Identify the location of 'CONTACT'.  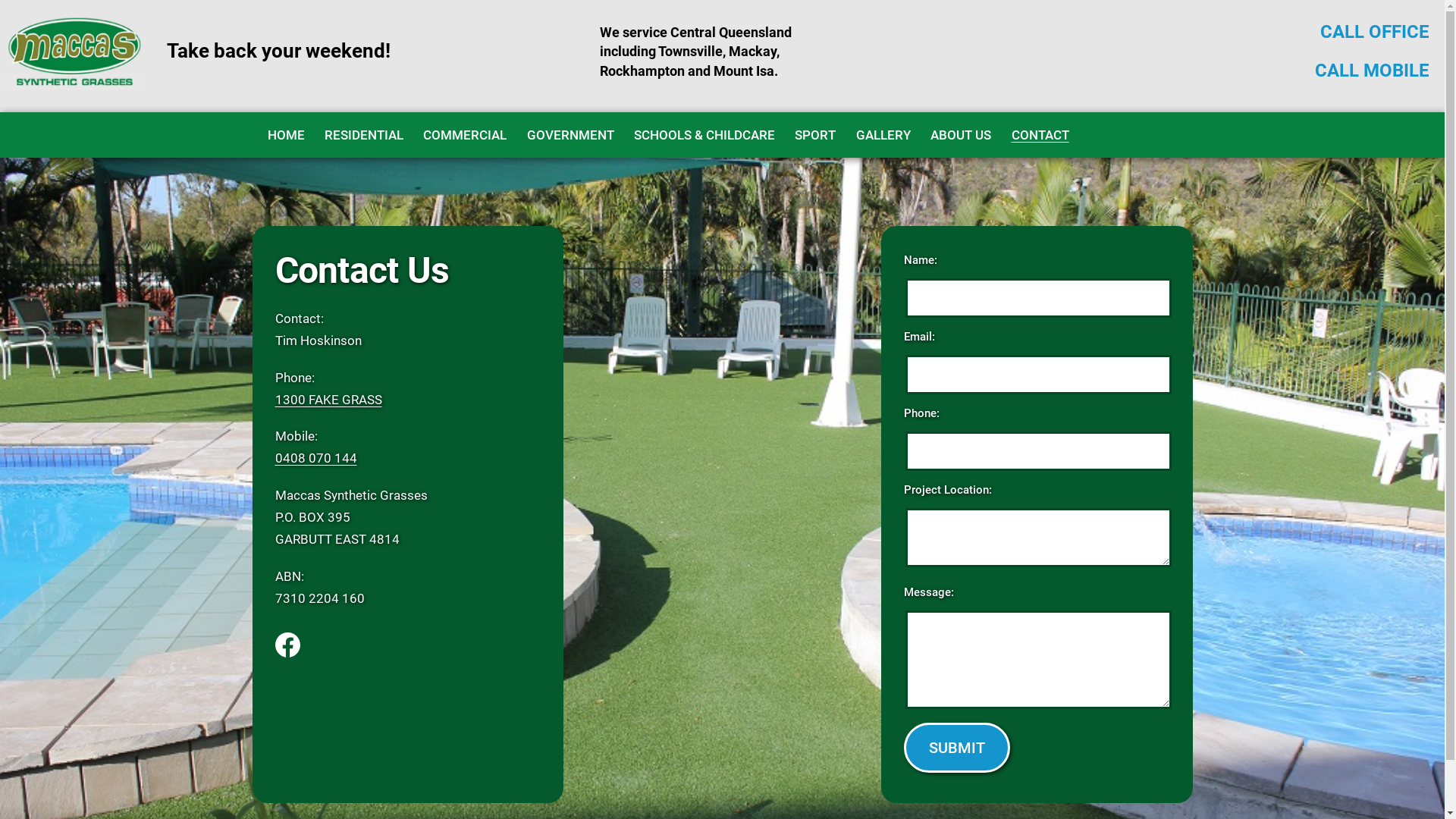
(1039, 133).